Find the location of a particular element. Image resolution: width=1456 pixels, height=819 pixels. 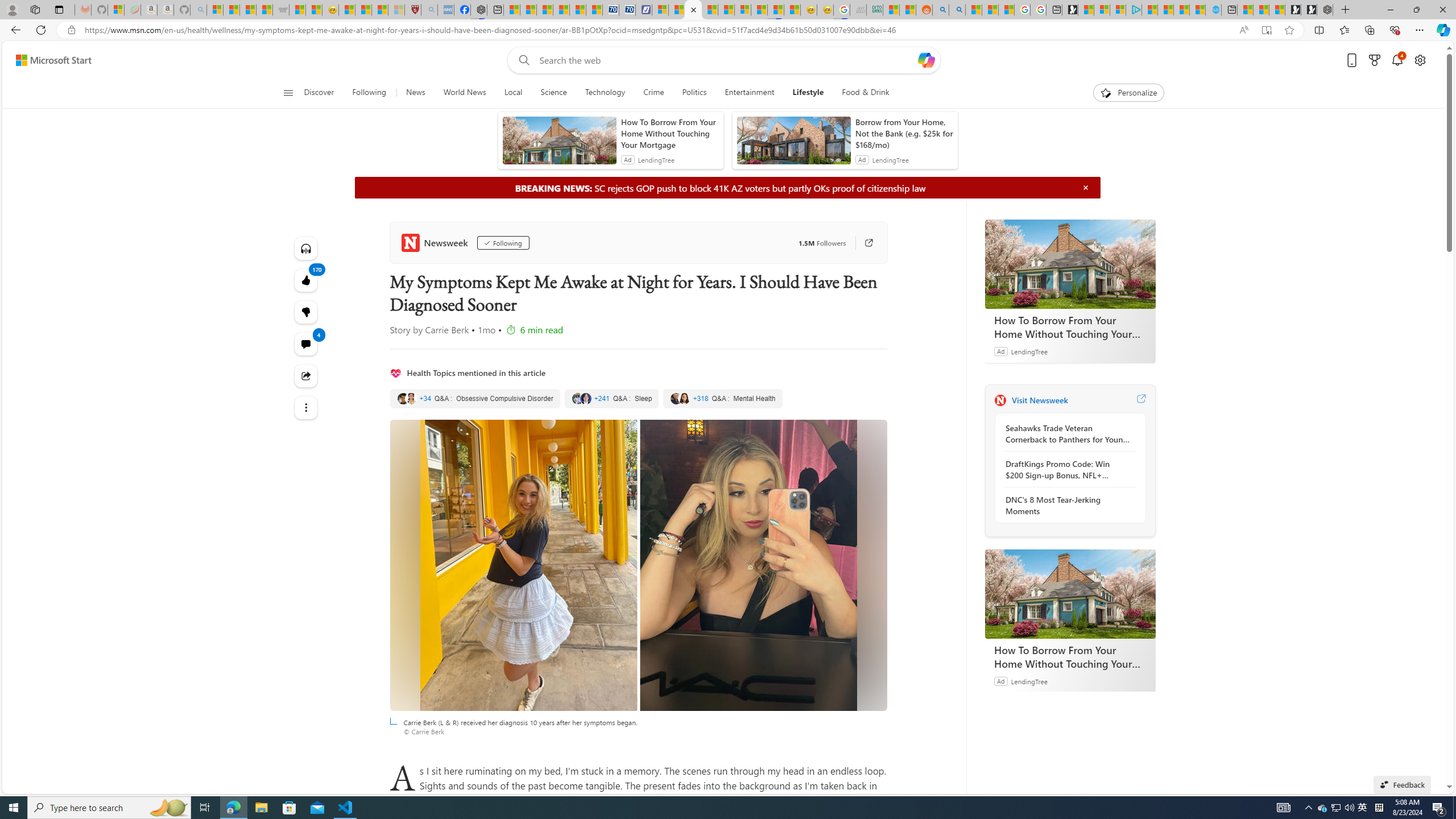

'Local' is located at coordinates (512, 92).